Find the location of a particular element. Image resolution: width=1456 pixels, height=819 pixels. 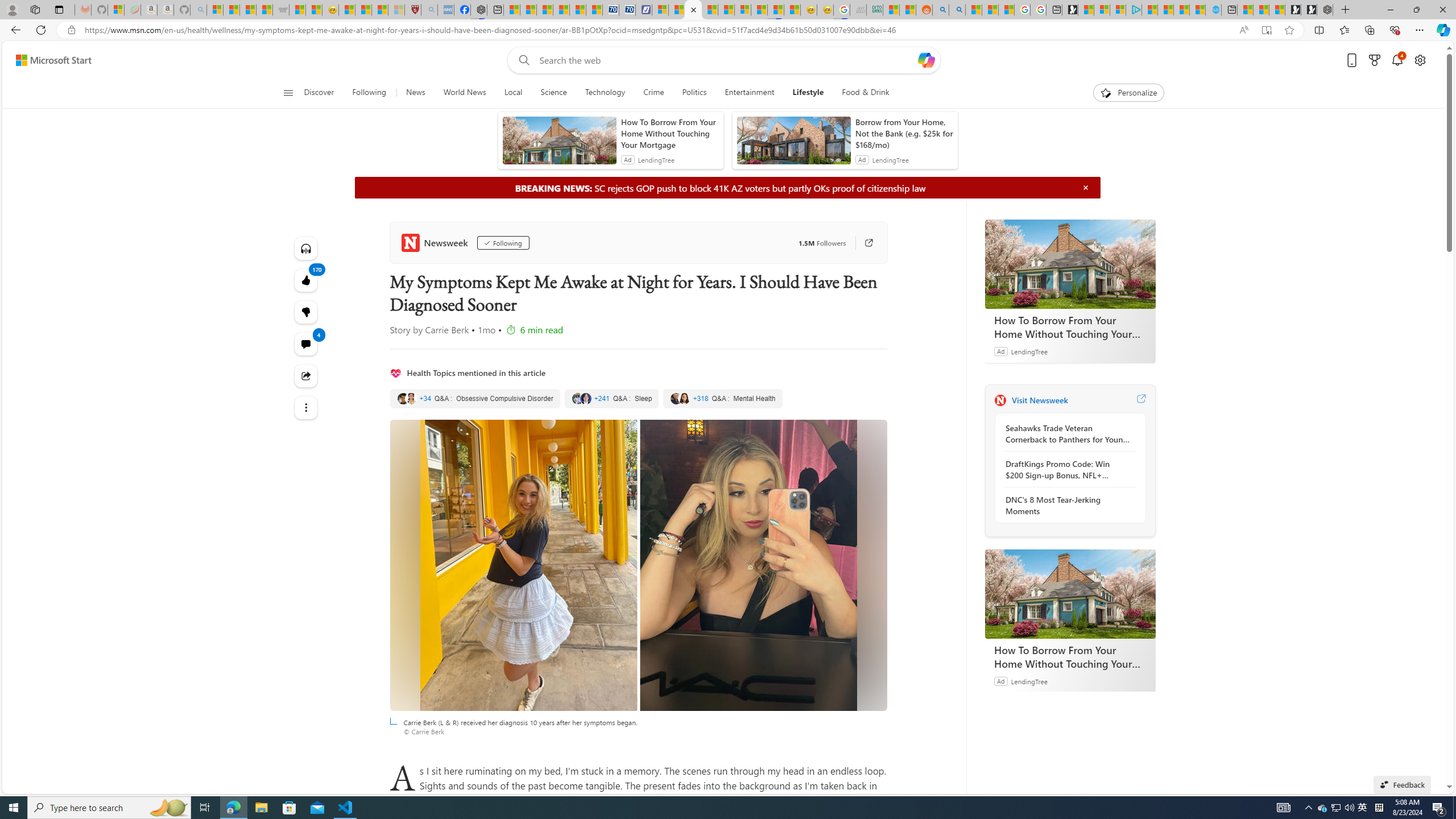

'Local' is located at coordinates (512, 92).